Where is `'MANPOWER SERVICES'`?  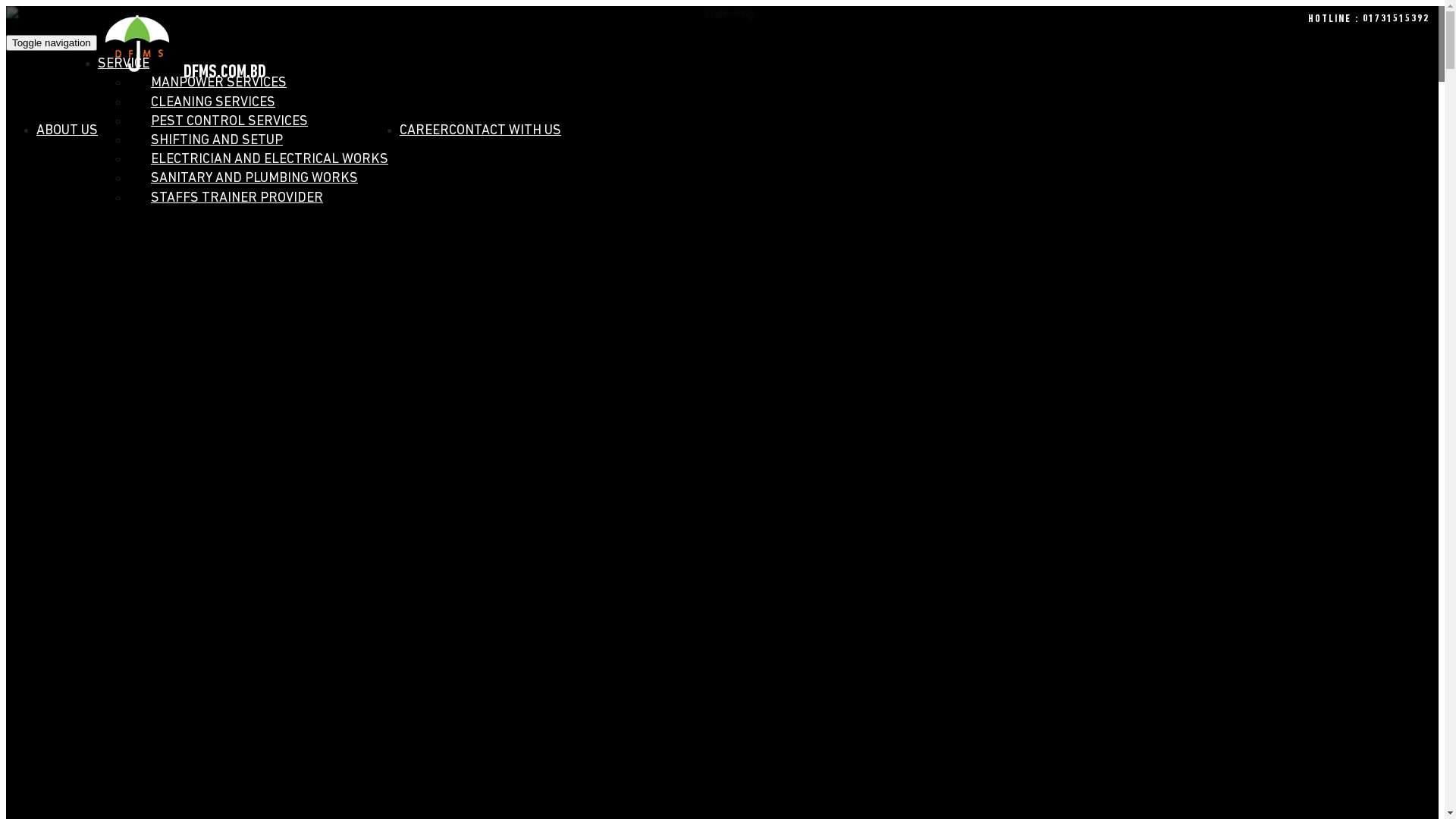 'MANPOWER SERVICES' is located at coordinates (127, 83).